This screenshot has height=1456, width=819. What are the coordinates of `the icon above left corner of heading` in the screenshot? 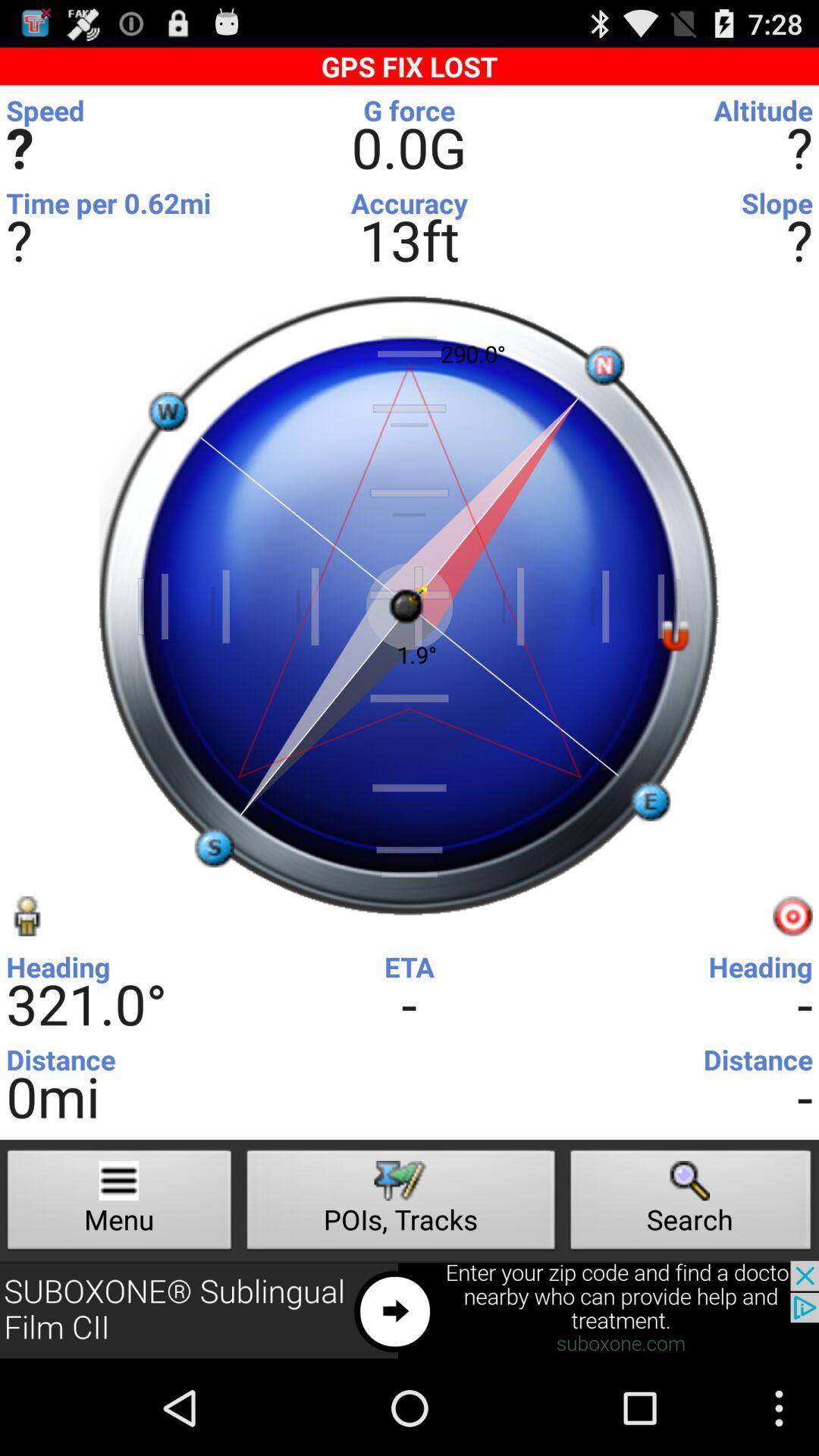 It's located at (26, 915).